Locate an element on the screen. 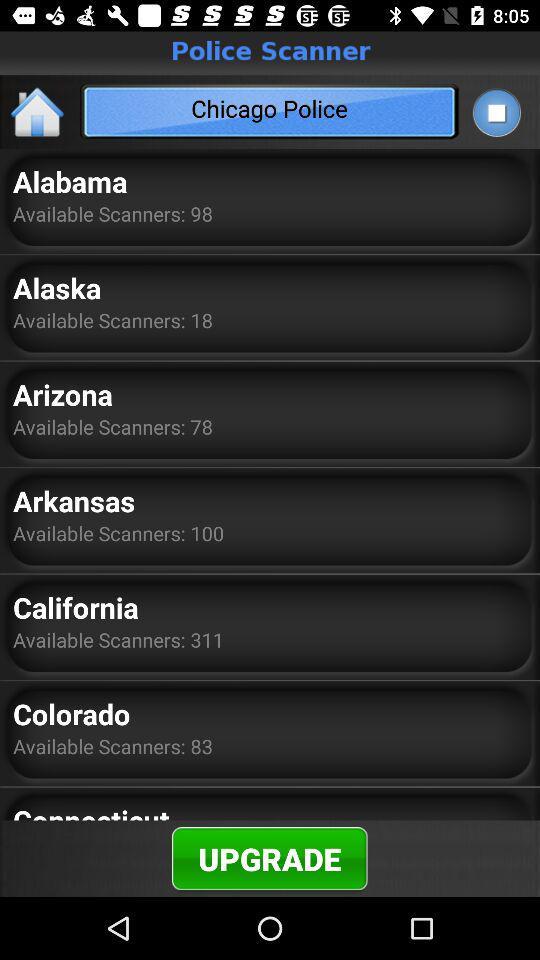 This screenshot has width=540, height=960. the button to the left of upgrade is located at coordinates (90, 810).